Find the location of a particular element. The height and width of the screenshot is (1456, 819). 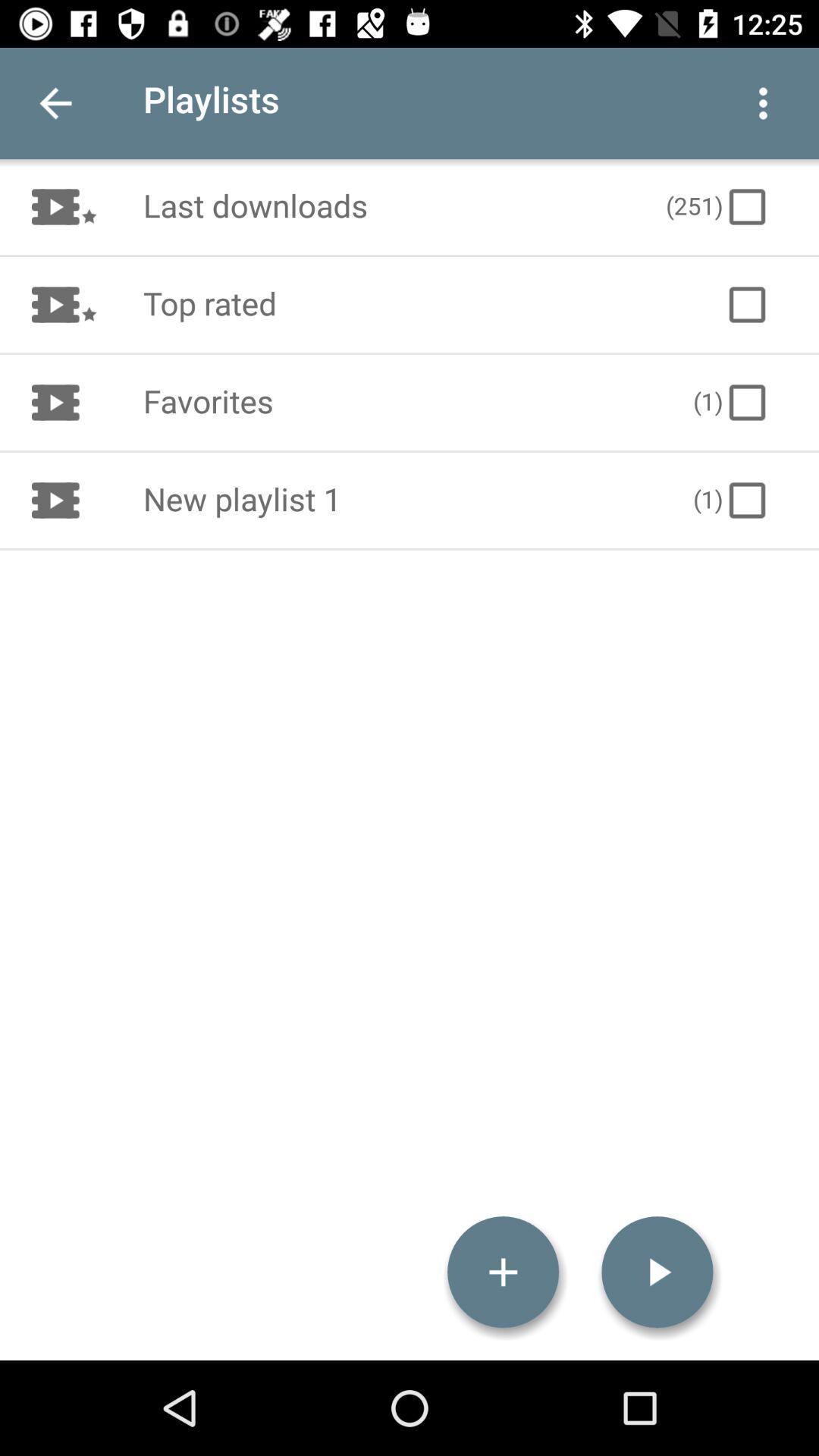

item below the (1) is located at coordinates (657, 1272).